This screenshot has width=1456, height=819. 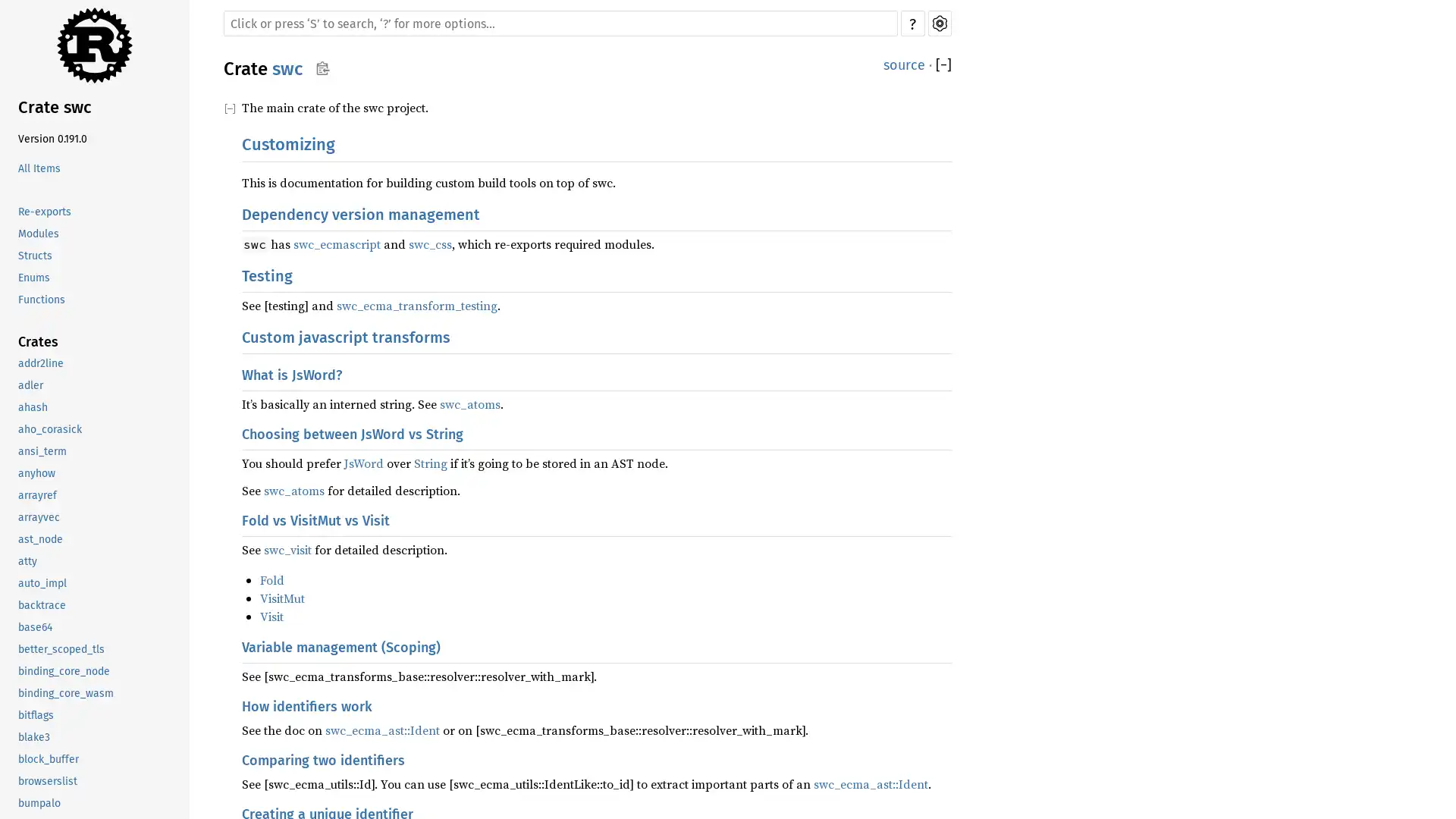 What do you see at coordinates (912, 23) in the screenshot?
I see `?` at bounding box center [912, 23].